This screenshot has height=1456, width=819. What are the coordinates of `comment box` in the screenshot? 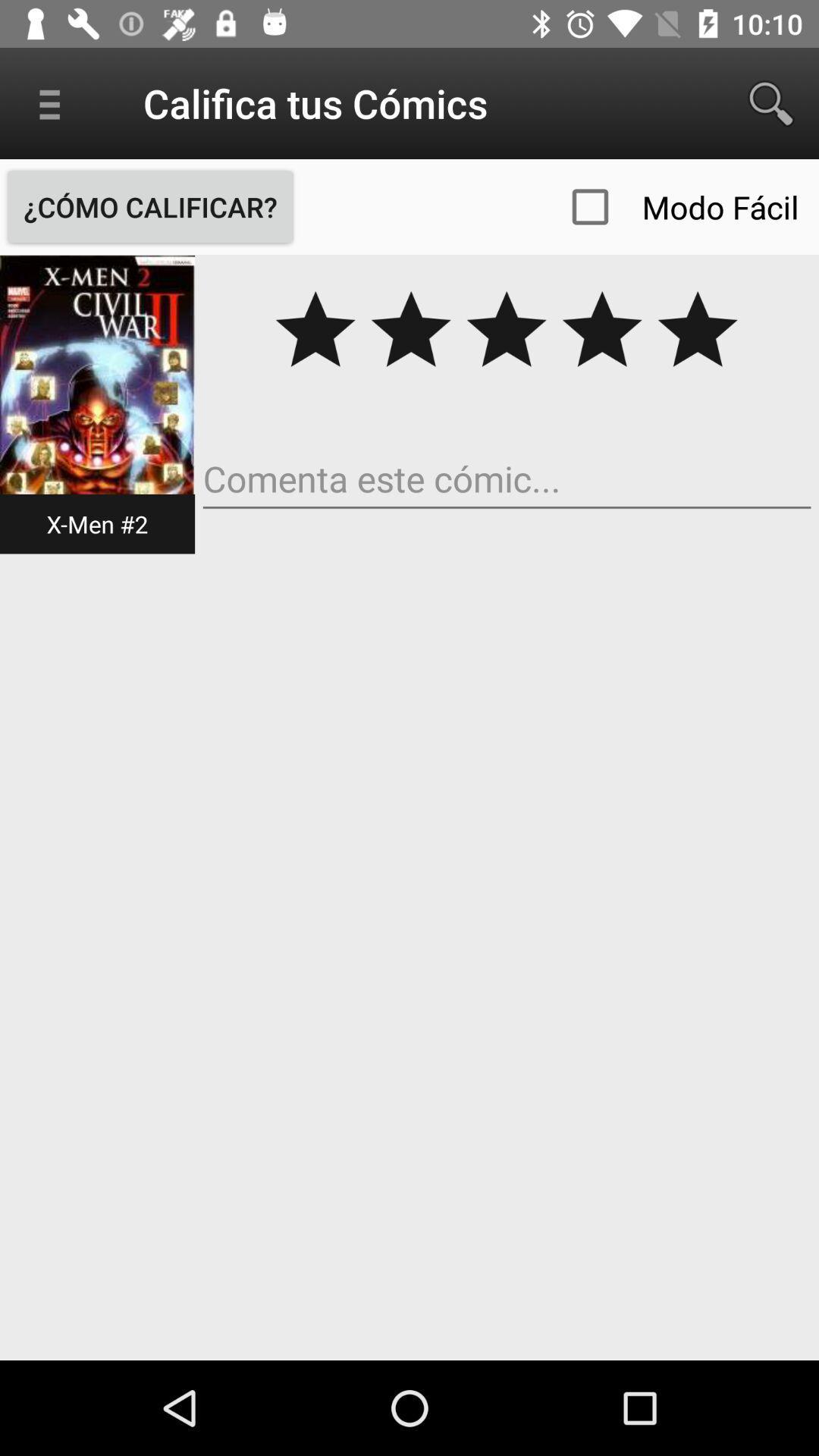 It's located at (507, 479).